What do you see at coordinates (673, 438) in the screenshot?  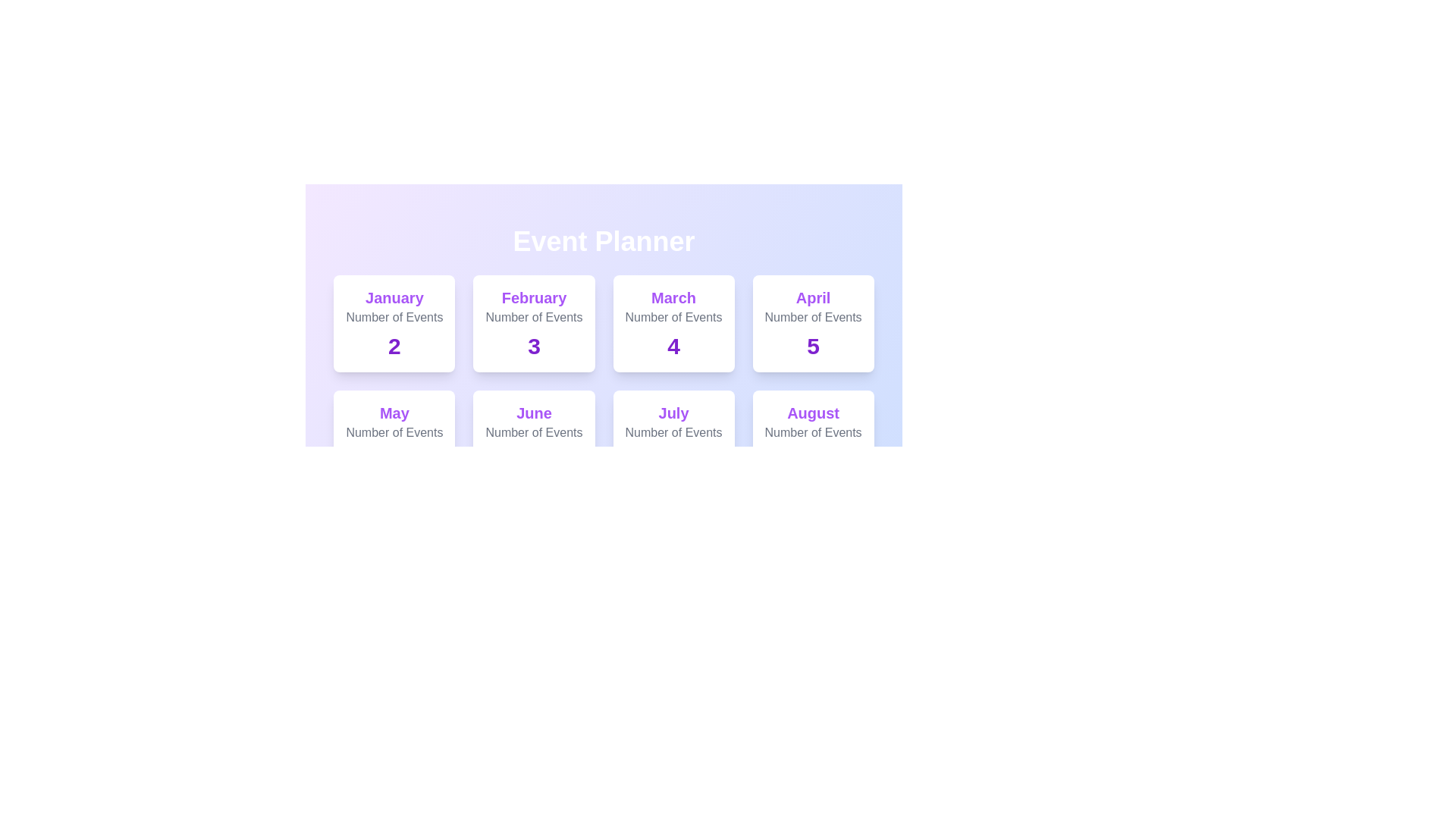 I see `the card for July` at bounding box center [673, 438].